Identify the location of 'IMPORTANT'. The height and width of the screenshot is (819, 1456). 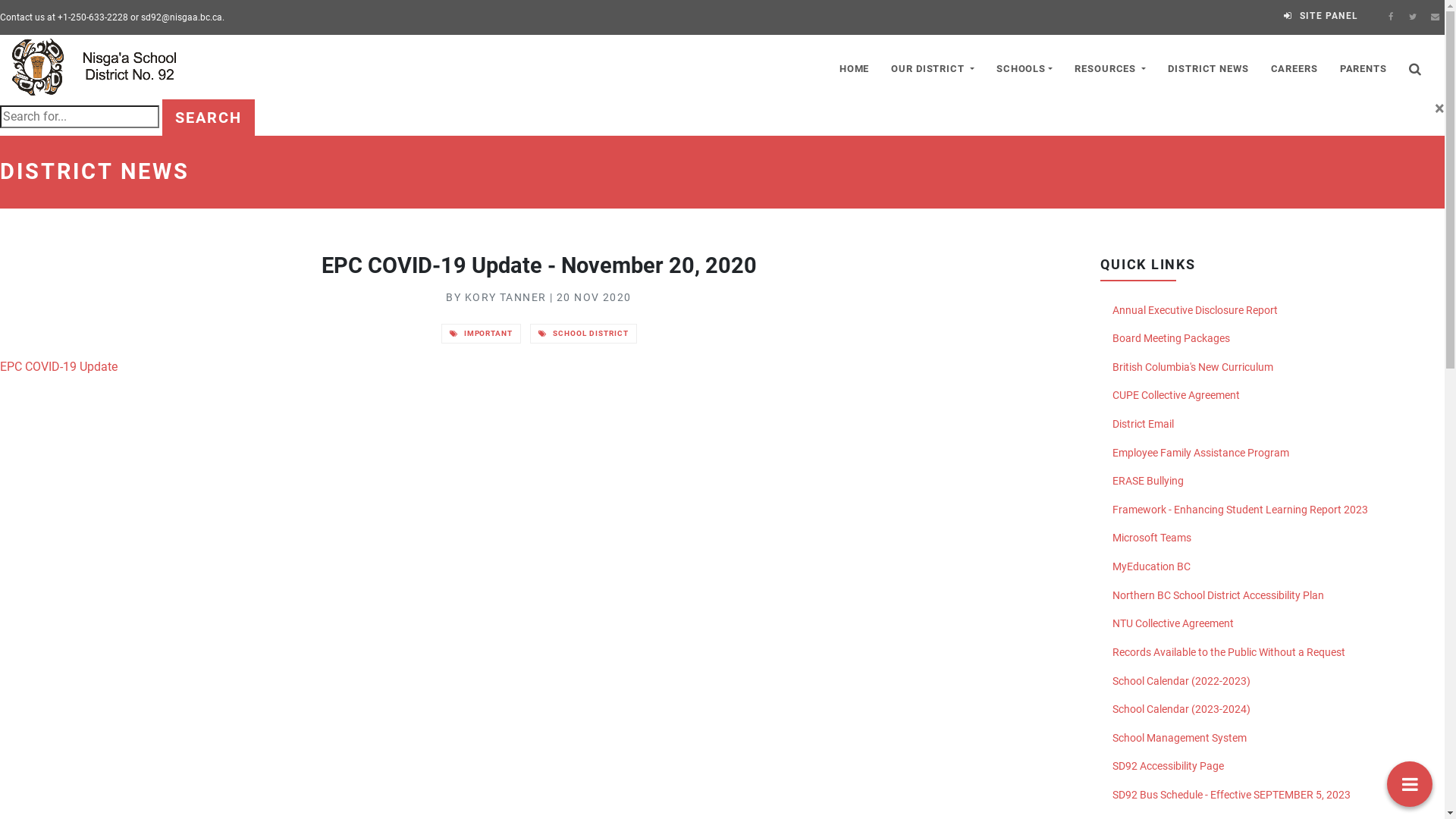
(480, 332).